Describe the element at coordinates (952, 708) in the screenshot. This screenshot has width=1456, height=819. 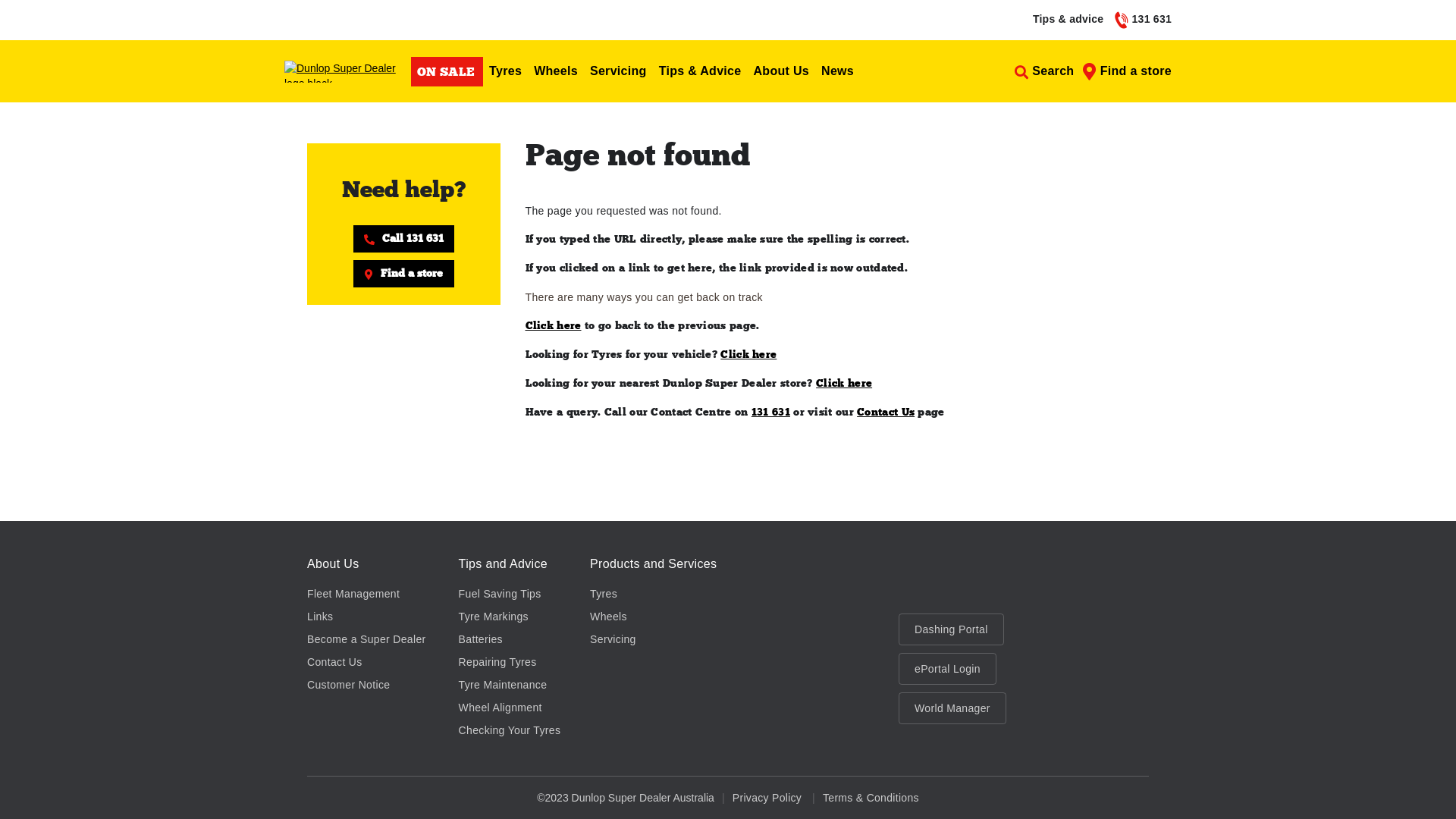
I see `'World Manager'` at that location.